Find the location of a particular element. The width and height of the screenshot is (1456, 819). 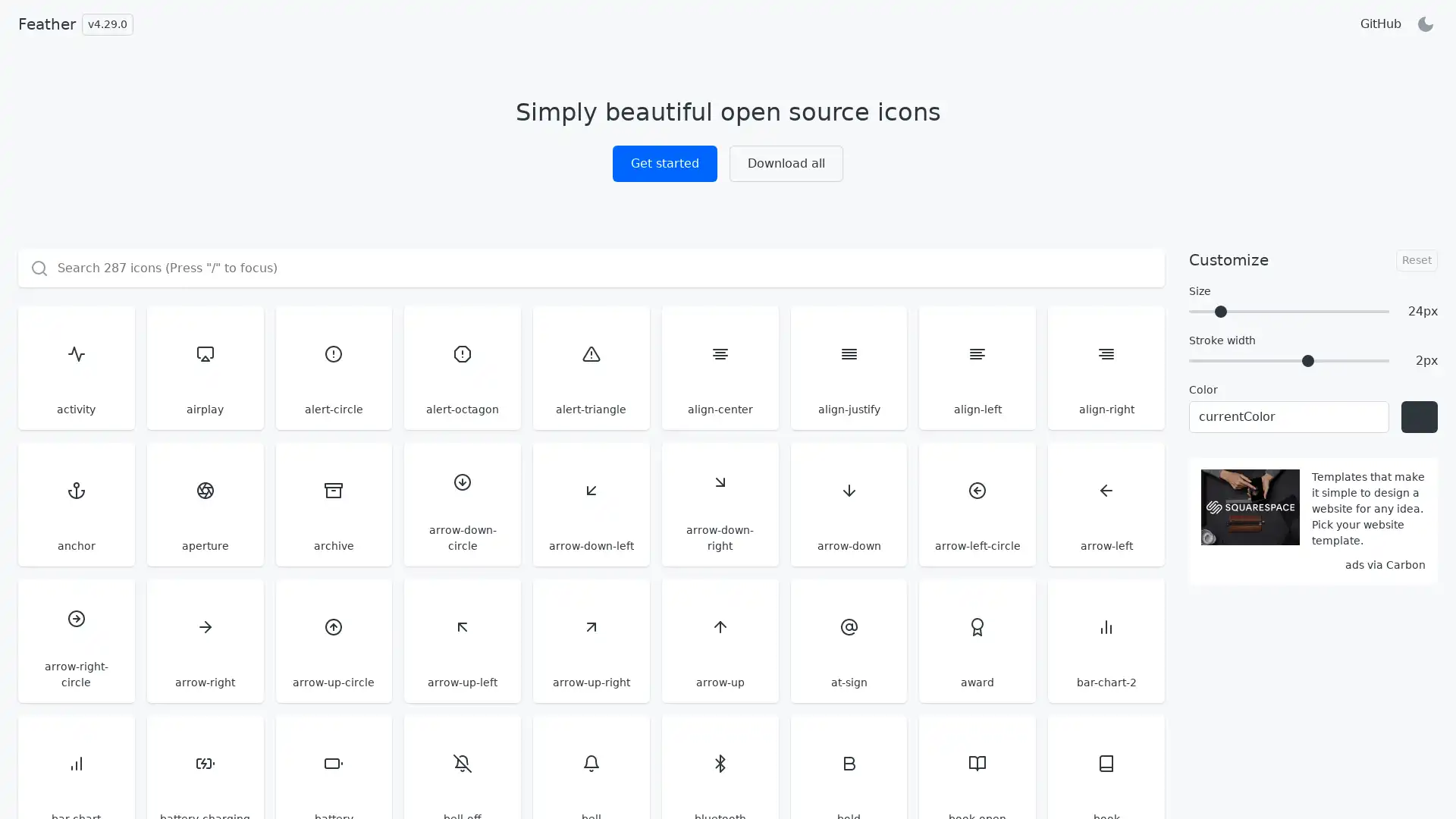

arrow-up-left is located at coordinates (461, 640).